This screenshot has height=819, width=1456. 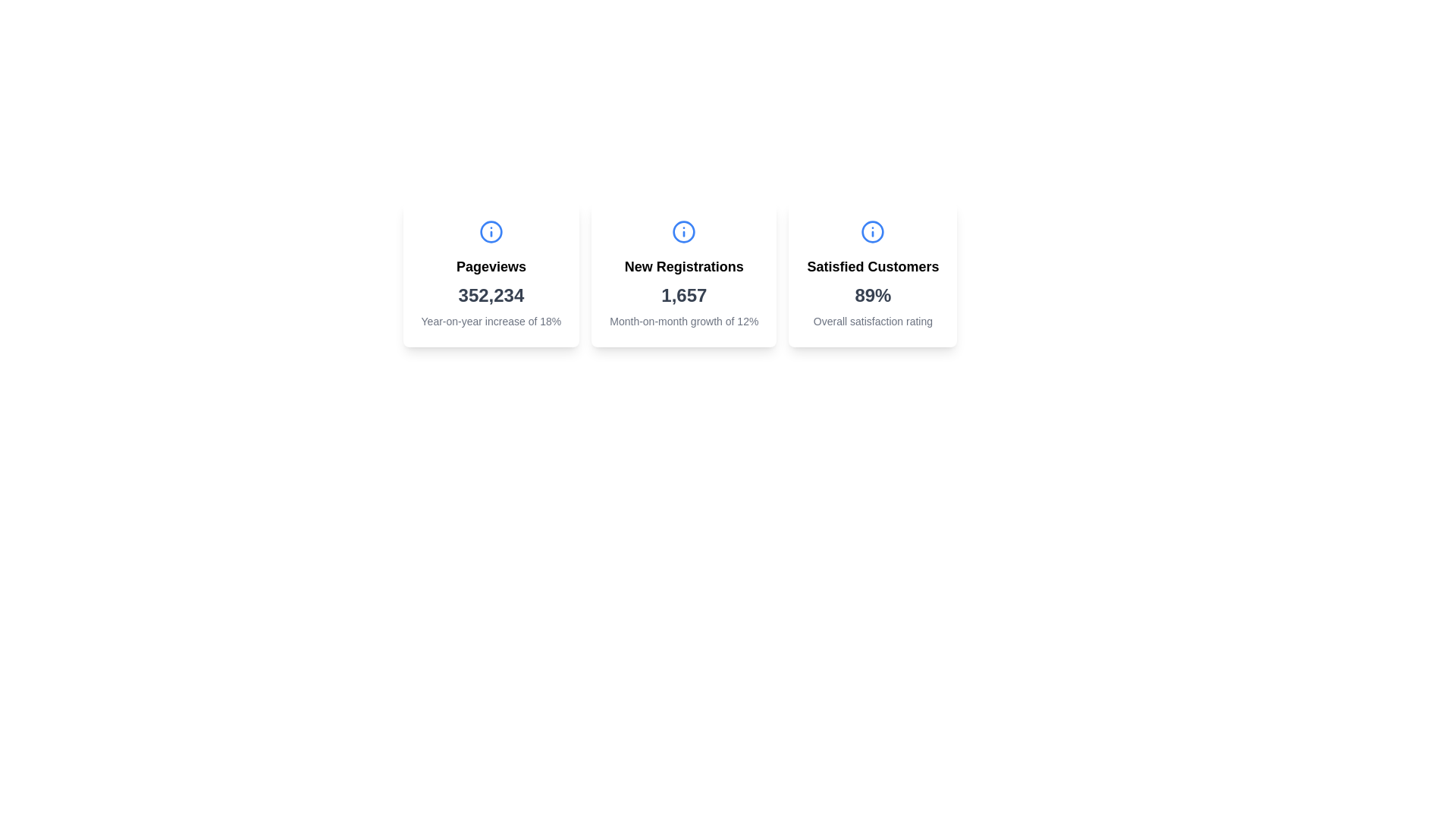 I want to click on the text label that provides additional information about the year-on-year increase percentage, located directly below the number '352,234' in the lower section of the card, so click(x=491, y=321).